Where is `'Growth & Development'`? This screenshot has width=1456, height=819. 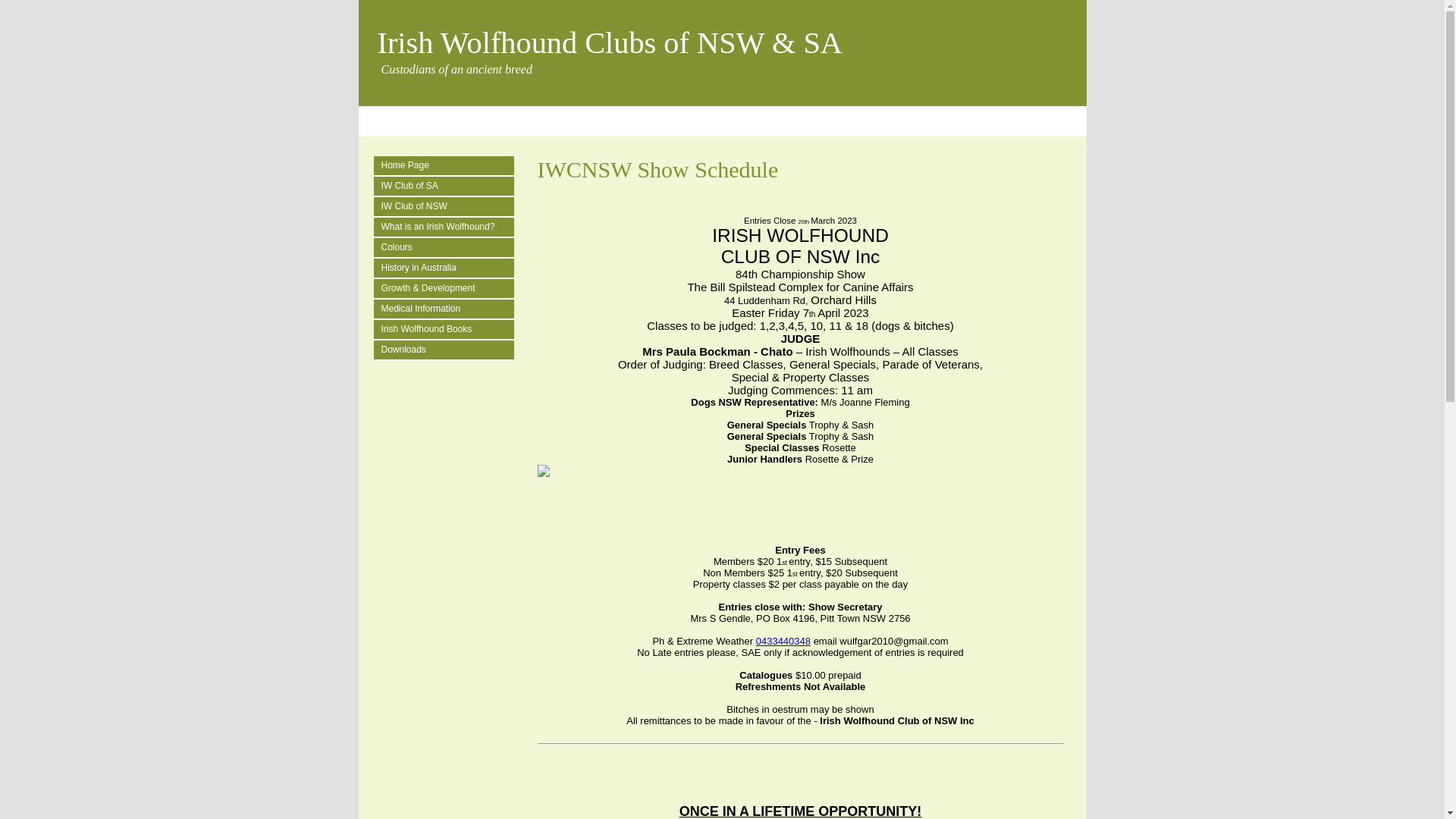 'Growth & Development' is located at coordinates (446, 288).